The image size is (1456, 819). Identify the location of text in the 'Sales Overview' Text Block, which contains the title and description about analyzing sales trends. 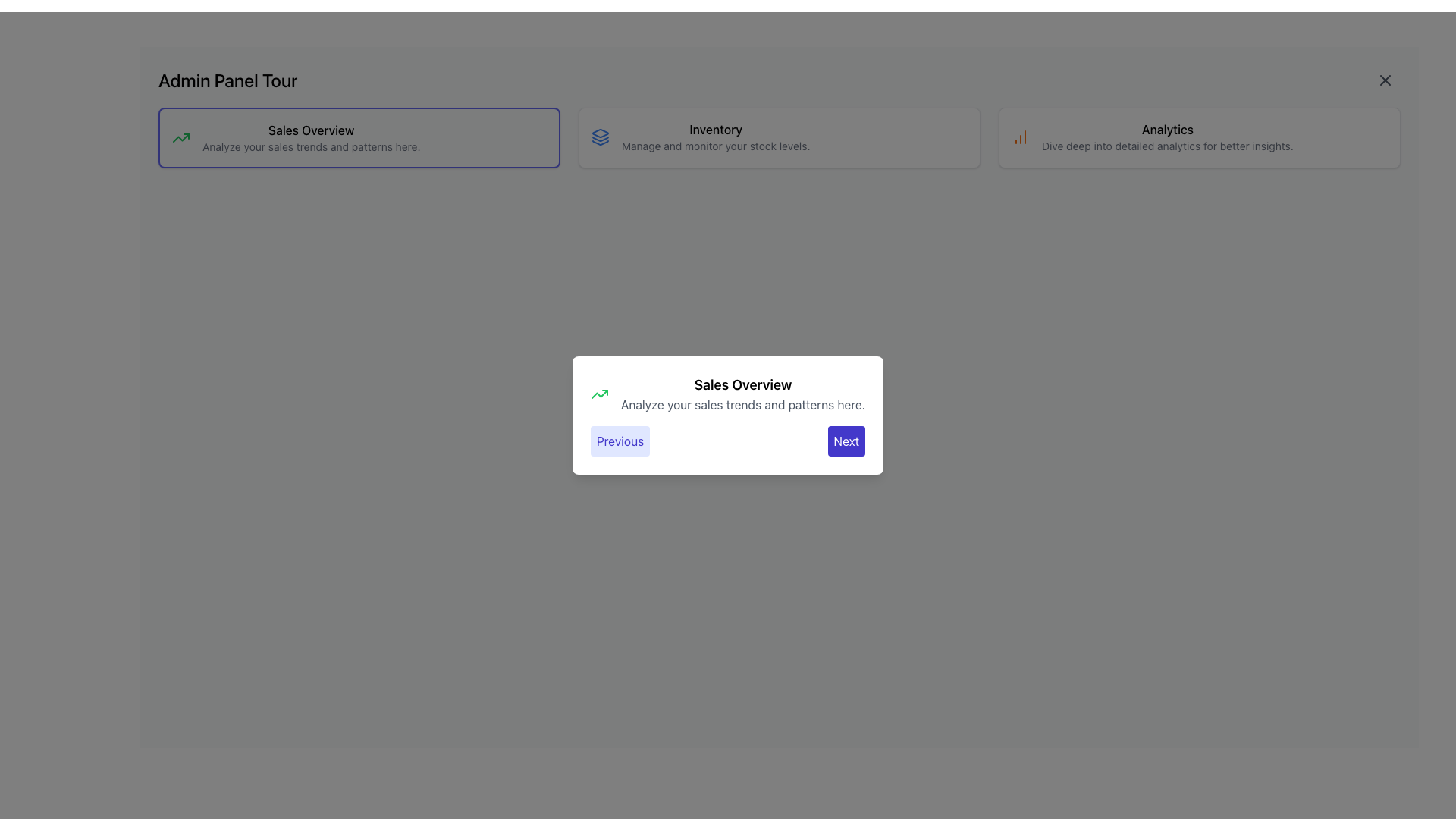
(742, 394).